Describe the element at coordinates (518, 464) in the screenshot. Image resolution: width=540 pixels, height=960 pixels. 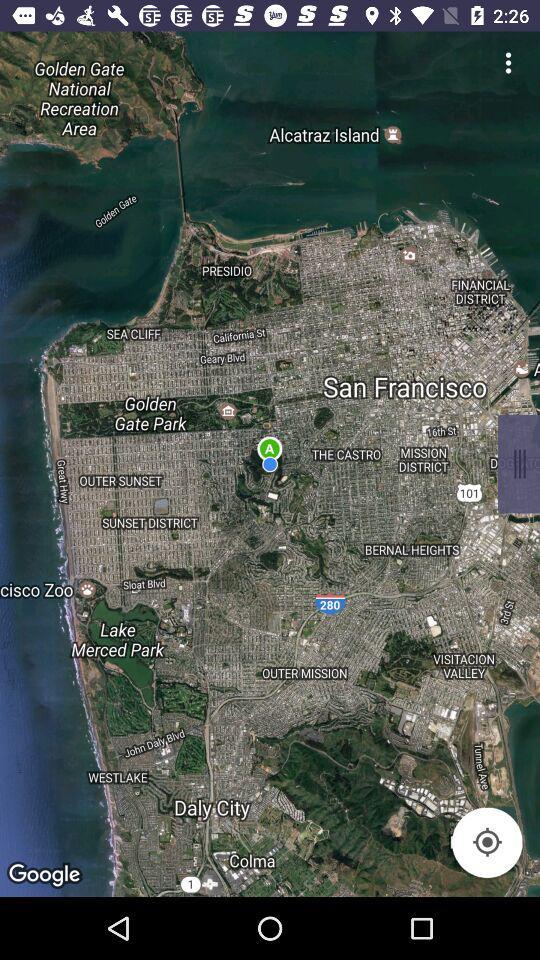
I see `open context menu` at that location.